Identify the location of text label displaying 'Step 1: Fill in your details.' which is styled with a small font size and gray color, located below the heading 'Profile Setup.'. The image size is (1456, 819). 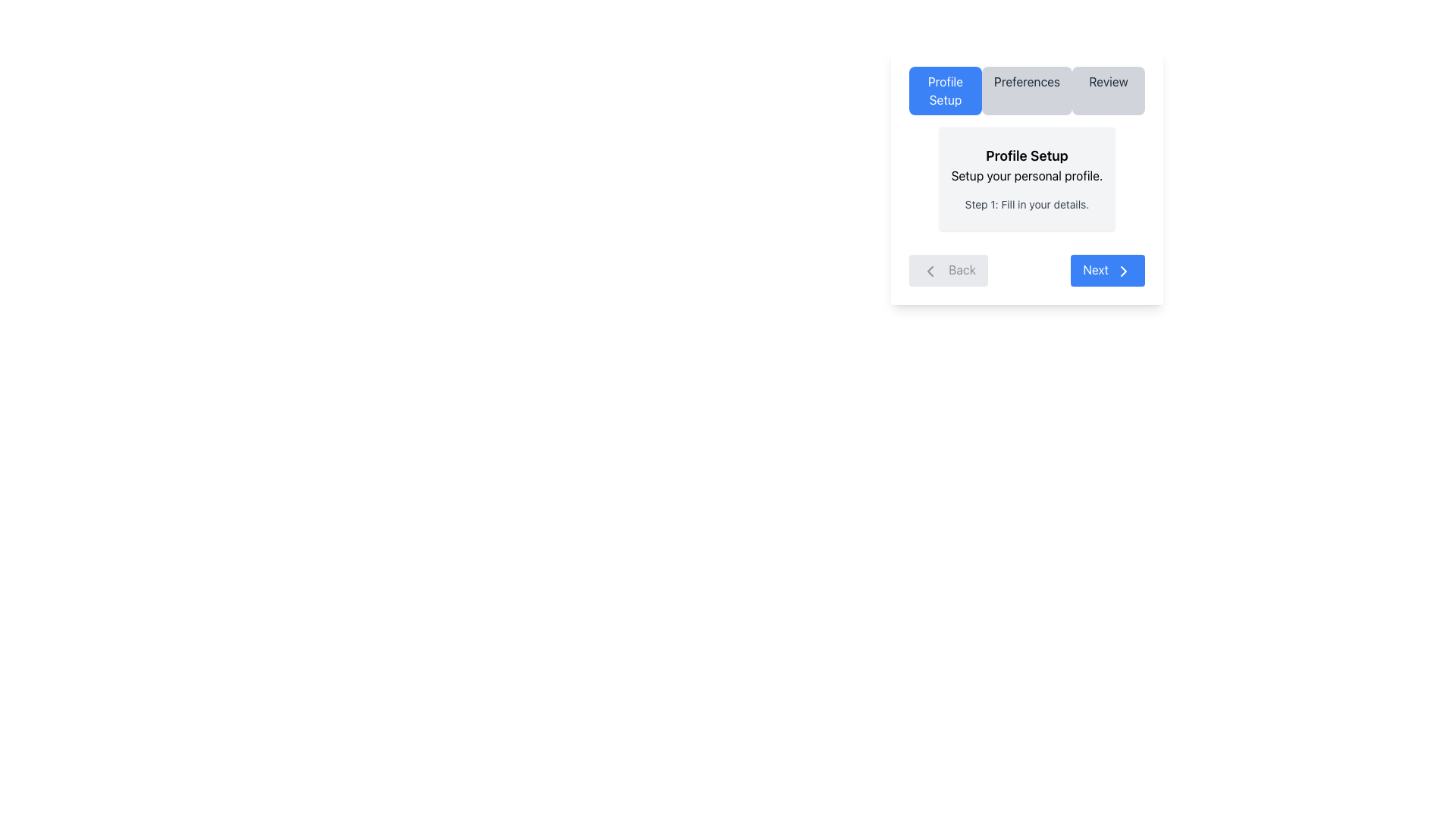
(1027, 205).